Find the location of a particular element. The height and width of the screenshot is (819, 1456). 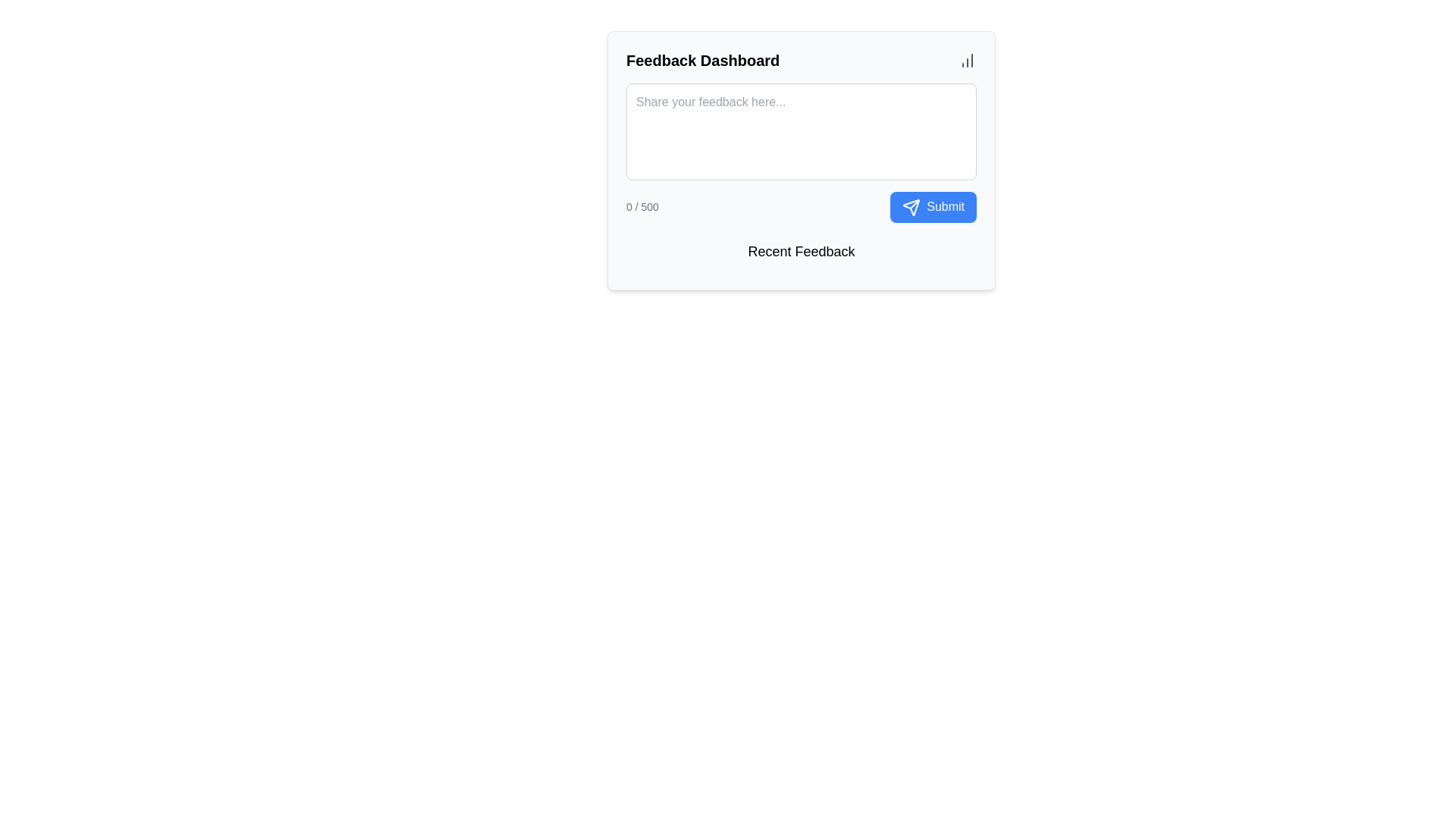

the 'Recent Feedback' label, which is styled with medium font weight and larger size, located at the bottom of the feedback dashboard interface is located at coordinates (800, 250).